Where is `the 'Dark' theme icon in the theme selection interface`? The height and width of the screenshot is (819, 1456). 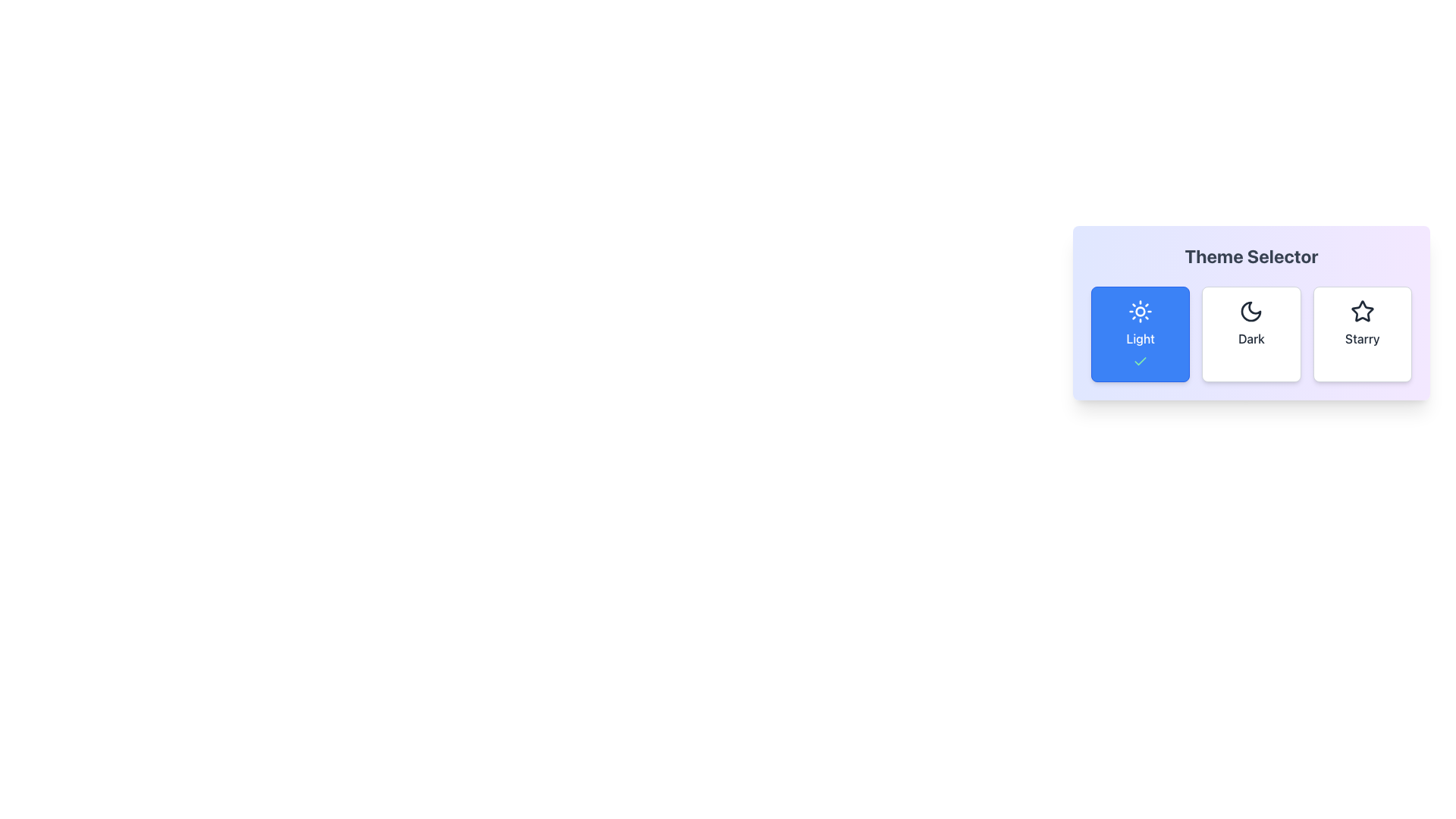
the 'Dark' theme icon in the theme selection interface is located at coordinates (1251, 311).